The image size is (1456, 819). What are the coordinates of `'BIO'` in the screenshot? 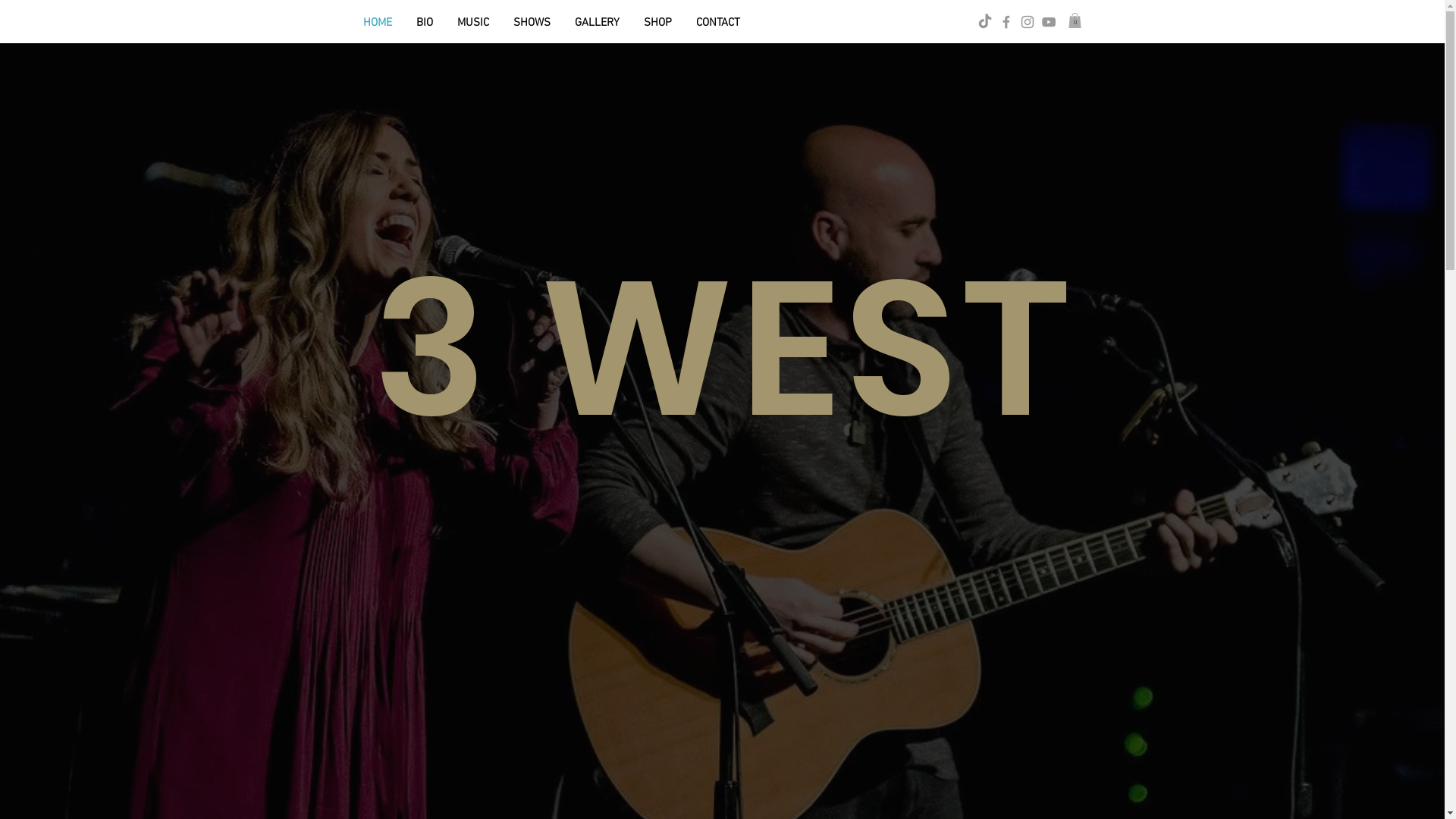 It's located at (423, 23).